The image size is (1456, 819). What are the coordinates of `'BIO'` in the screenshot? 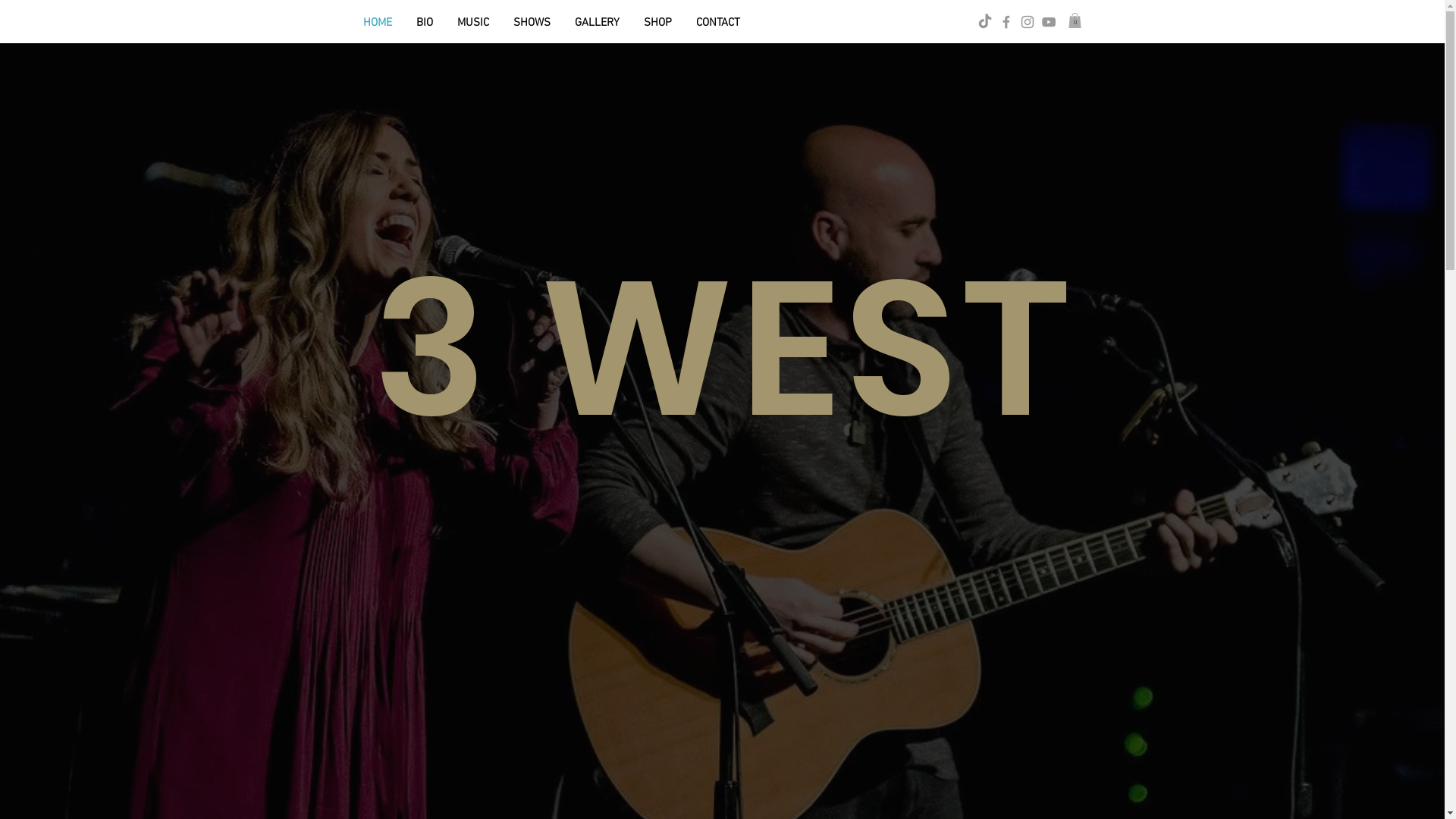 It's located at (423, 23).